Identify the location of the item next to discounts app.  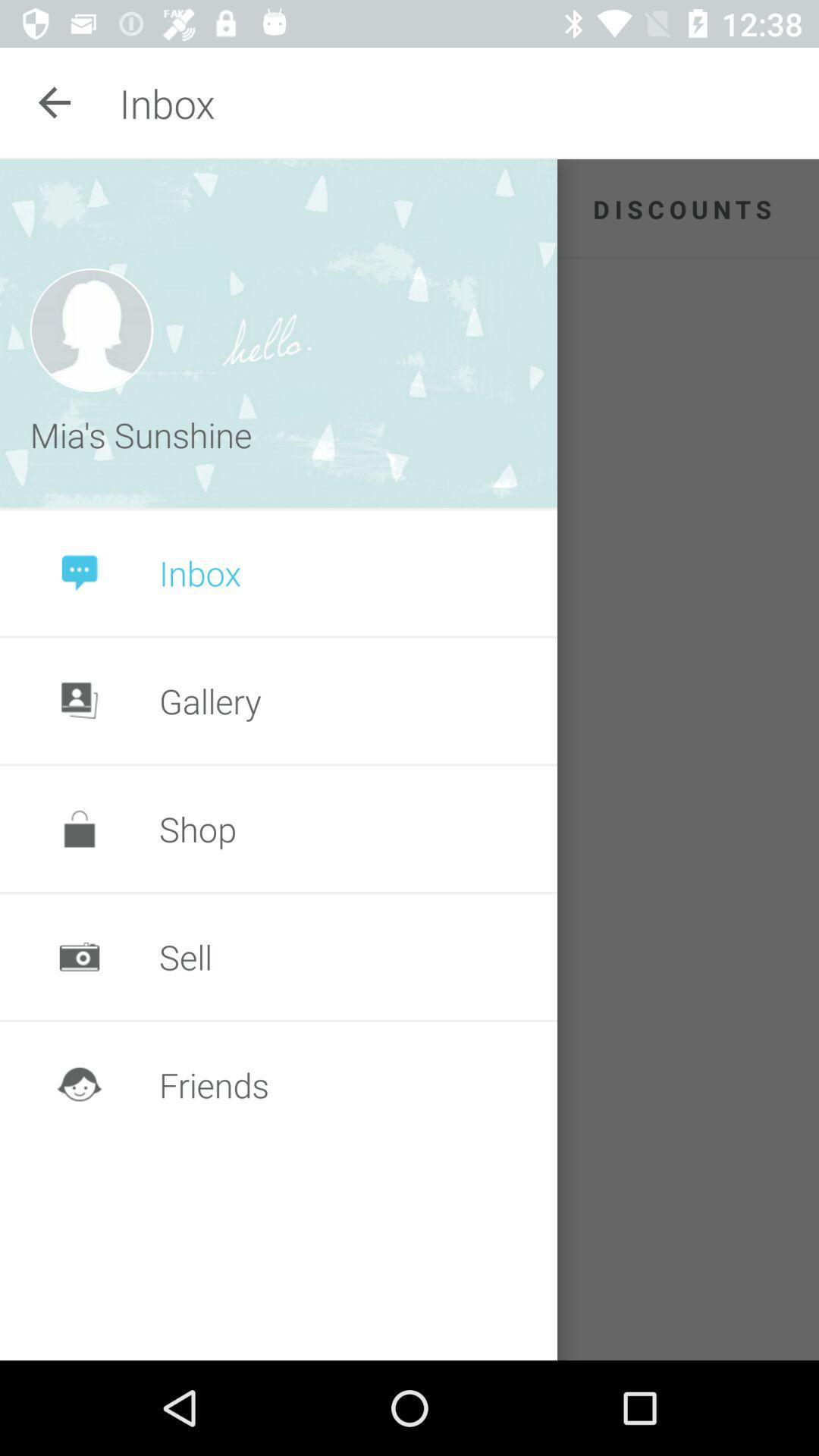
(278, 332).